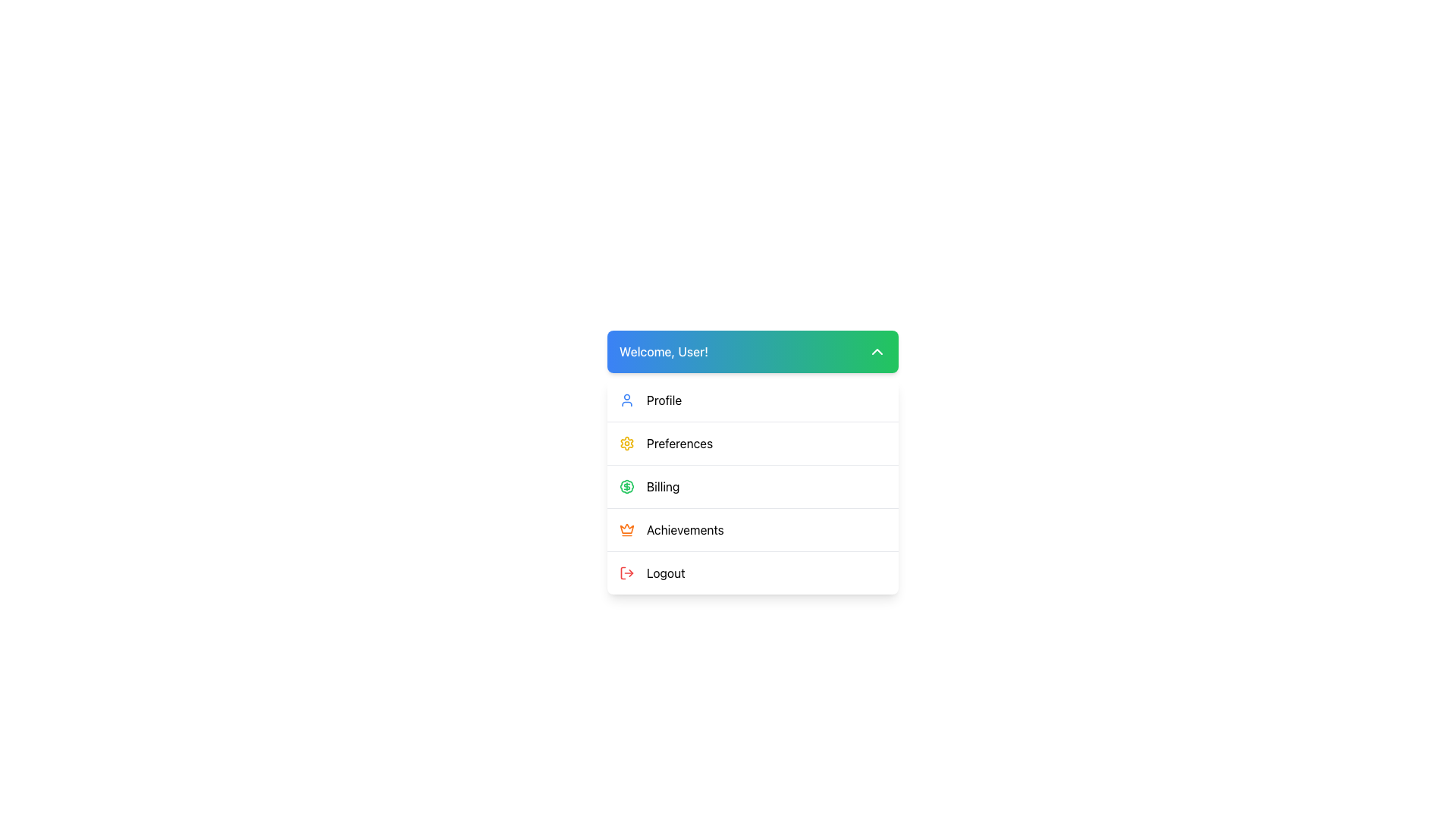 The height and width of the screenshot is (819, 1456). I want to click on the downward-facing chevron icon with a green background and white lines, located next to the text 'Welcome, User!', so click(877, 351).